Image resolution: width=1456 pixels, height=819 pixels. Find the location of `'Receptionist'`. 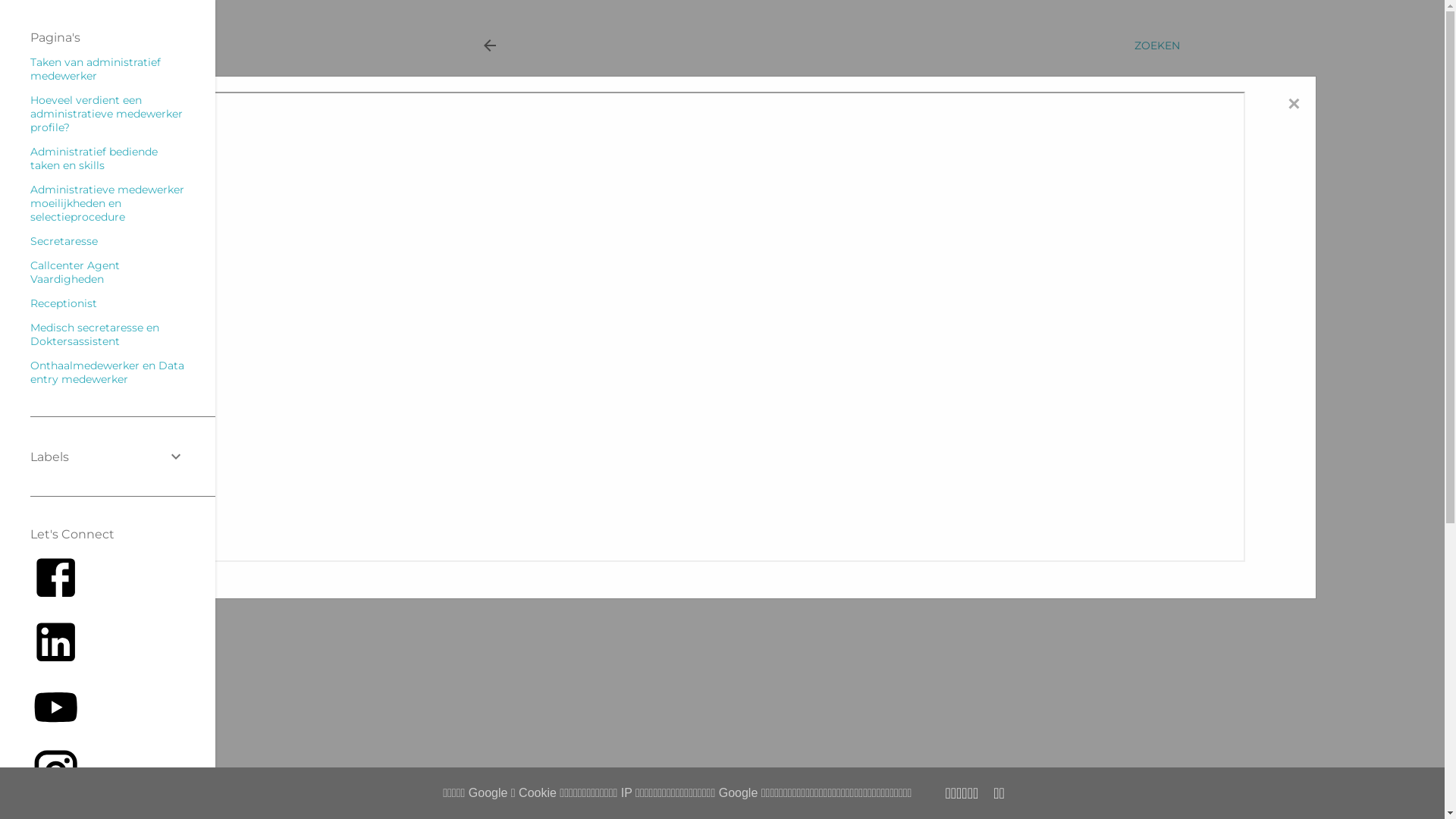

'Receptionist' is located at coordinates (62, 303).